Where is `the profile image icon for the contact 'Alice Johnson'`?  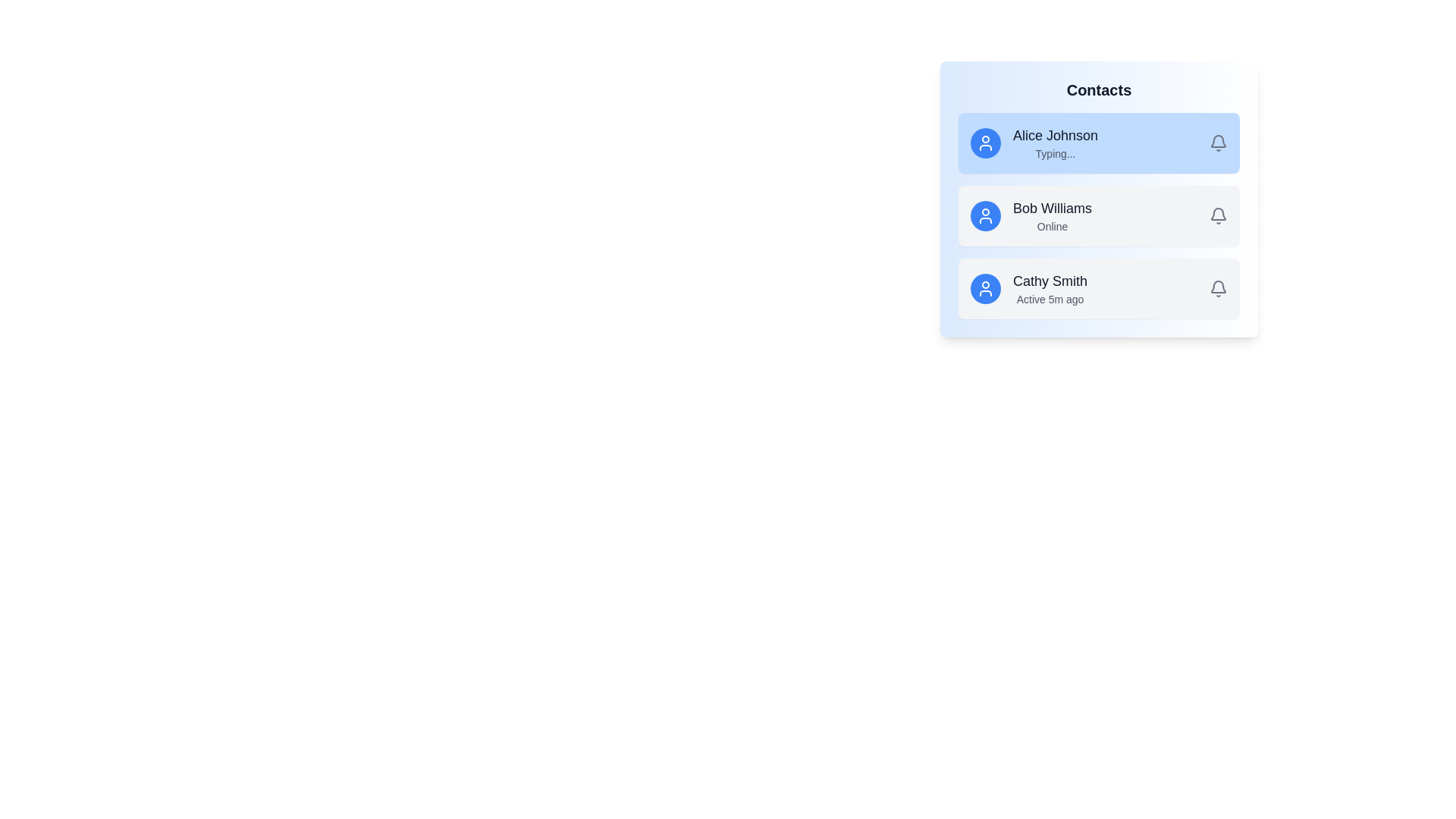
the profile image icon for the contact 'Alice Johnson' is located at coordinates (986, 143).